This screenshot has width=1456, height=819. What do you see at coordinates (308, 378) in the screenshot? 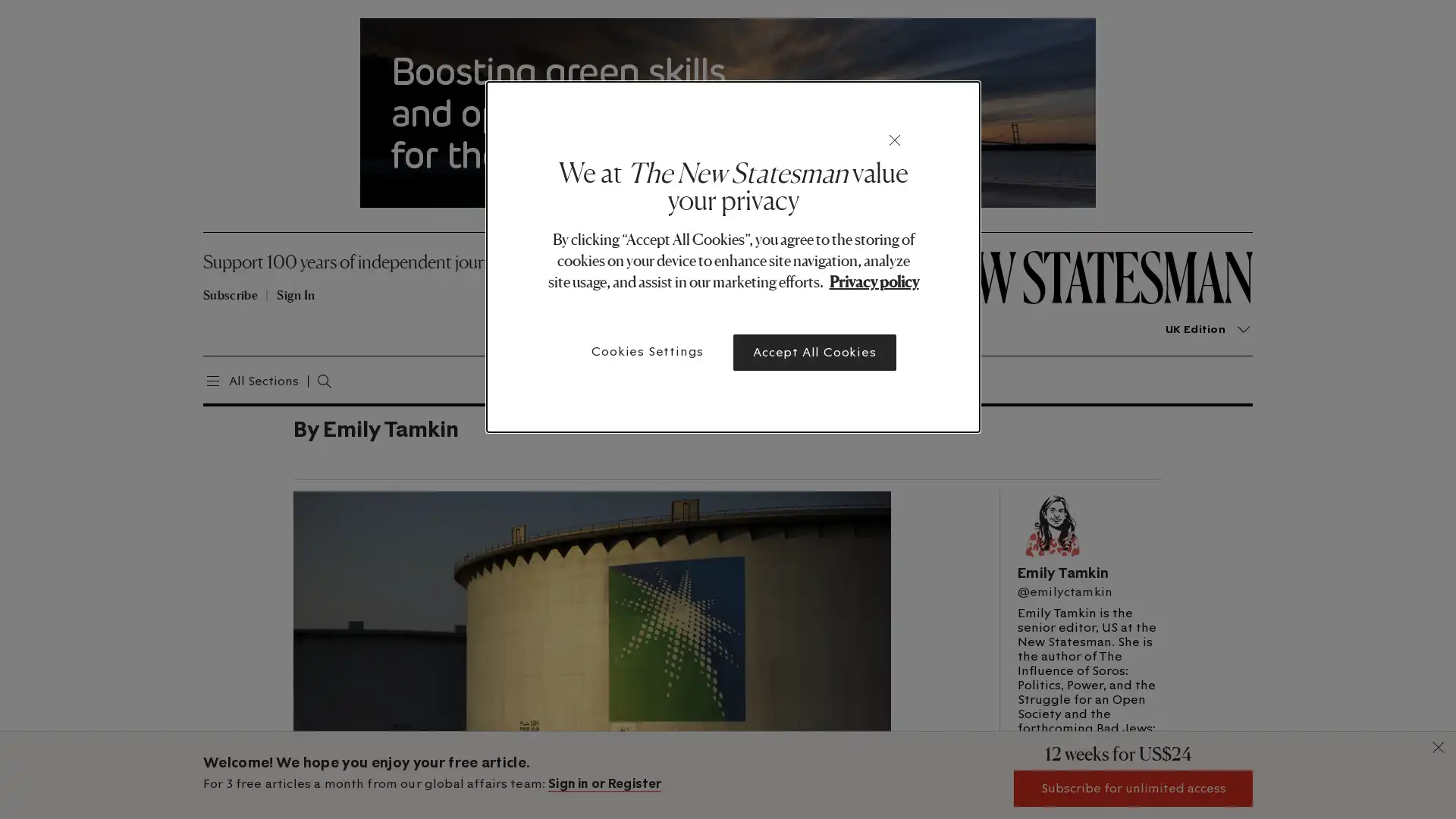
I see `Search` at bounding box center [308, 378].